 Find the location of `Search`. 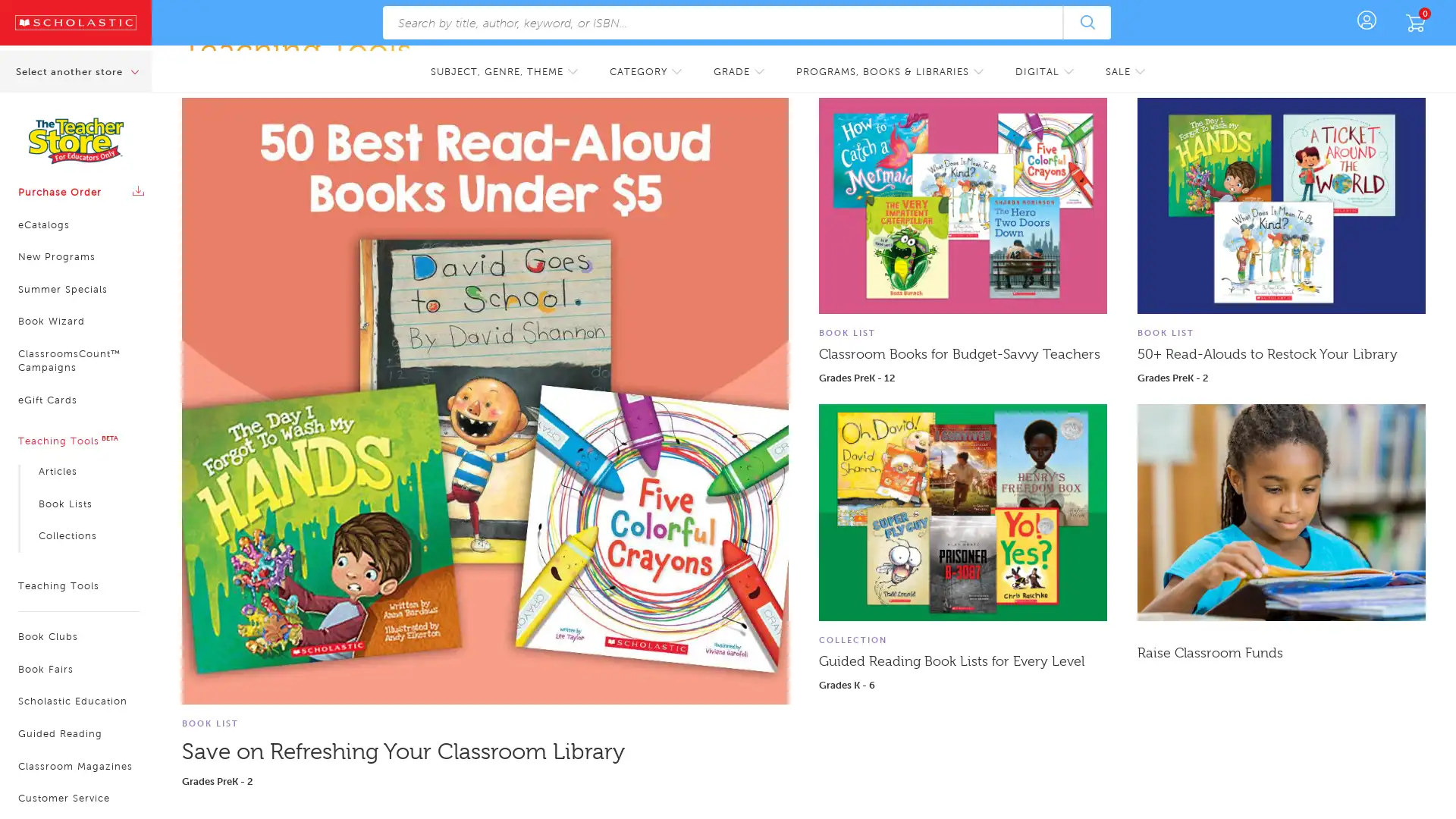

Search is located at coordinates (1086, 23).